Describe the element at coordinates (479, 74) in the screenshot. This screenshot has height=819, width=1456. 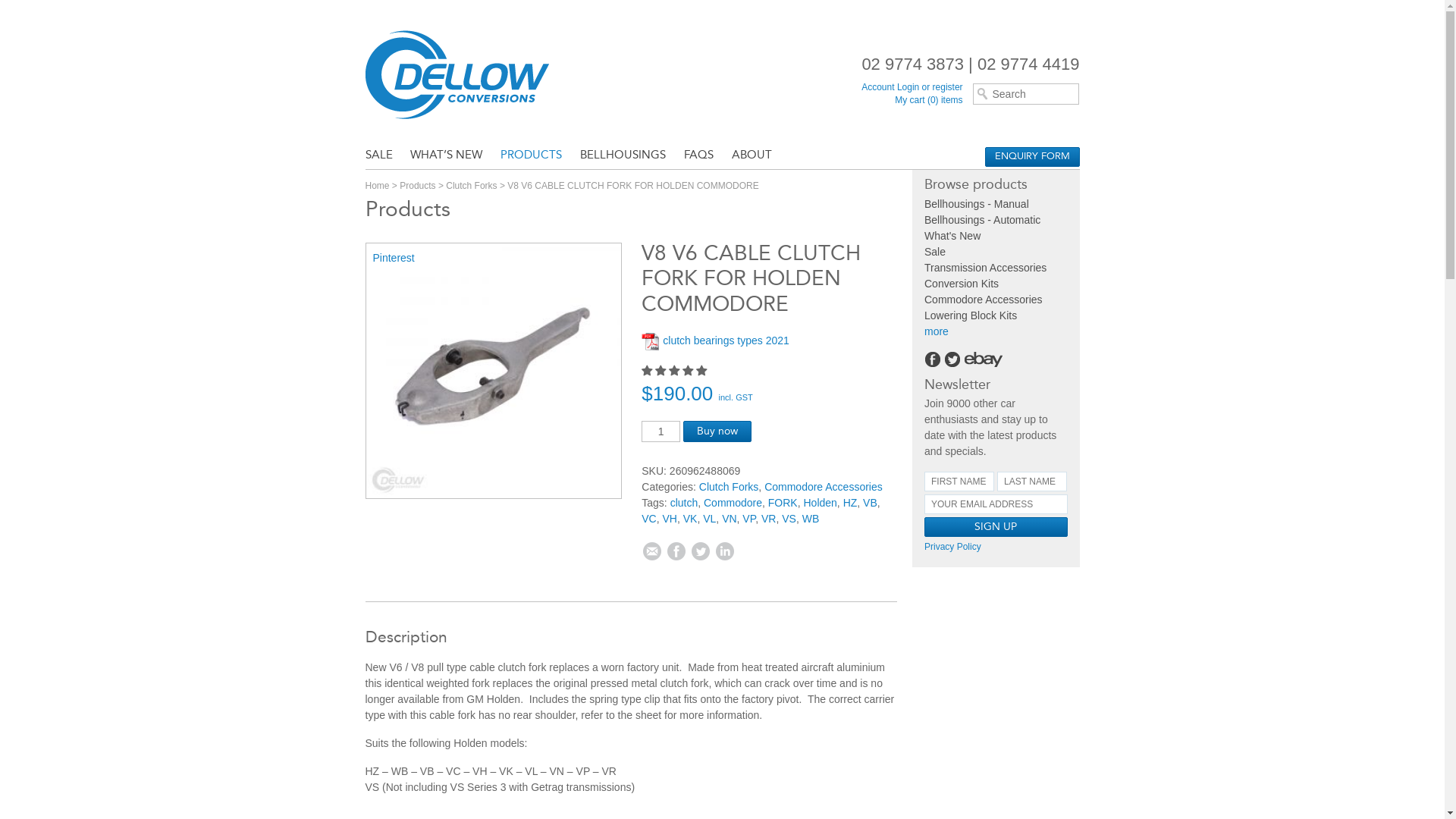
I see `'Dellow Conversions'` at that location.